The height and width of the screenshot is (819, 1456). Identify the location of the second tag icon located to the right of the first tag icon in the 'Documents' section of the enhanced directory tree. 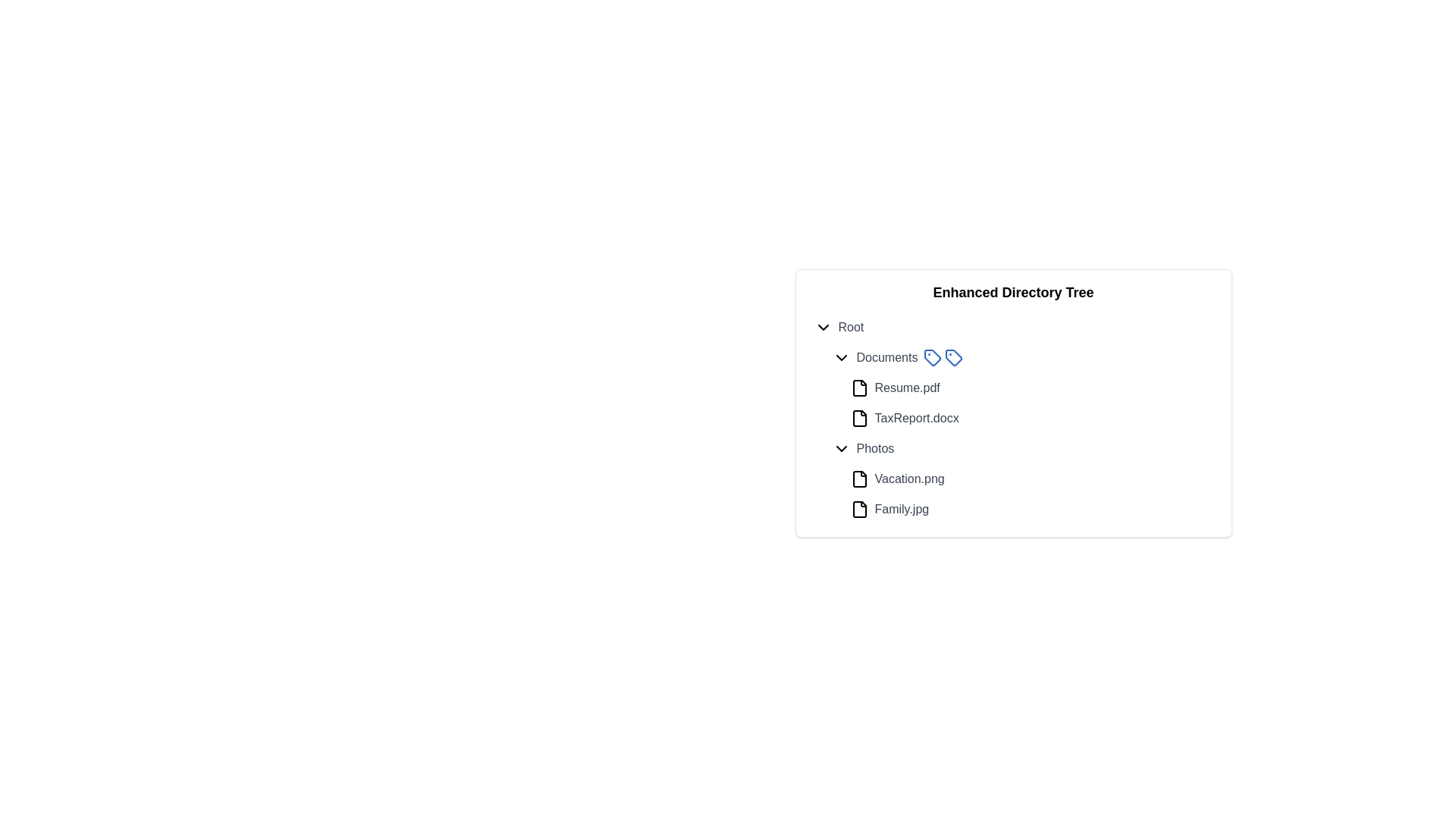
(944, 357).